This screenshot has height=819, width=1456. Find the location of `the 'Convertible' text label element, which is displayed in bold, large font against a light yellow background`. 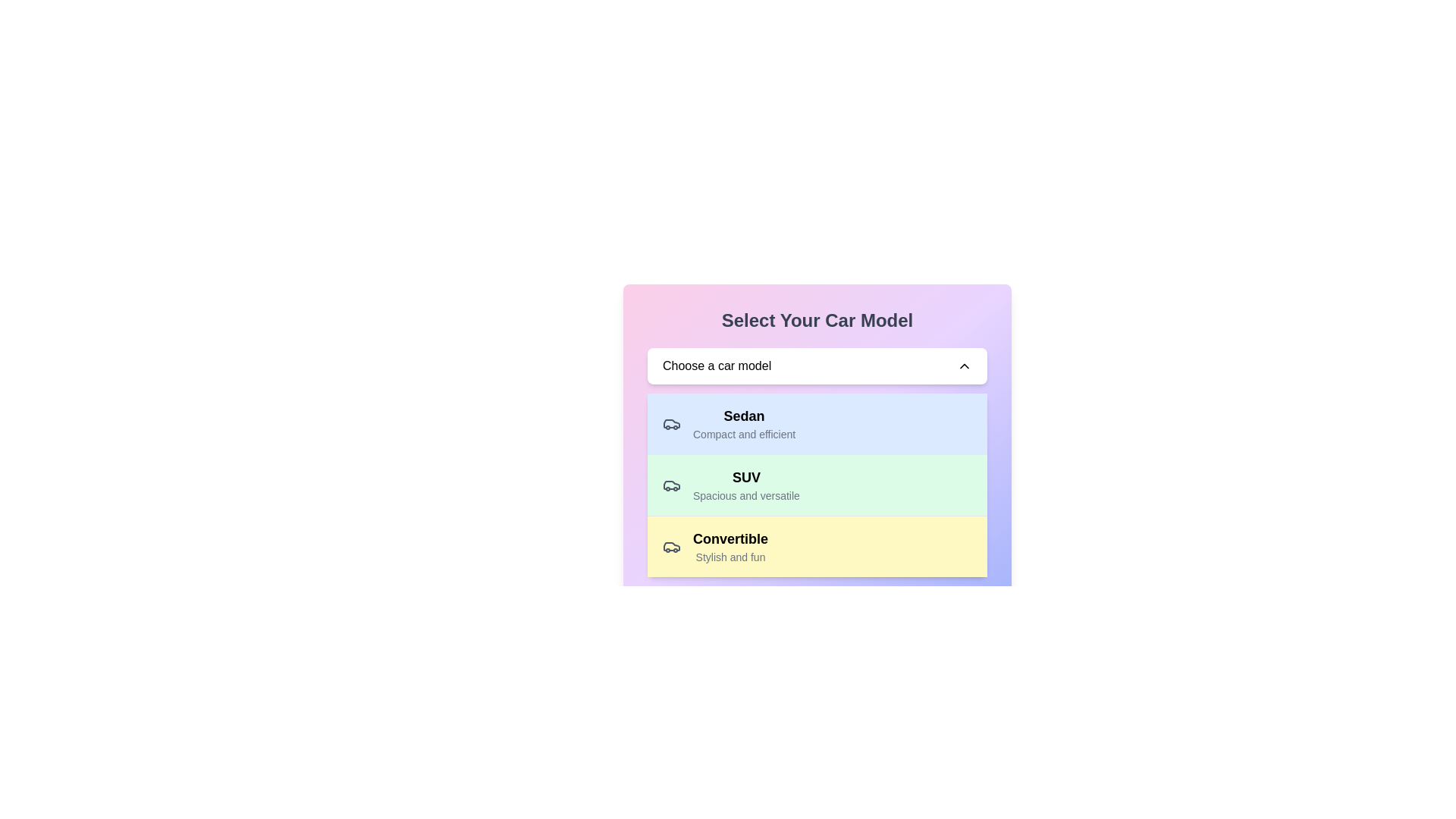

the 'Convertible' text label element, which is displayed in bold, large font against a light yellow background is located at coordinates (730, 538).